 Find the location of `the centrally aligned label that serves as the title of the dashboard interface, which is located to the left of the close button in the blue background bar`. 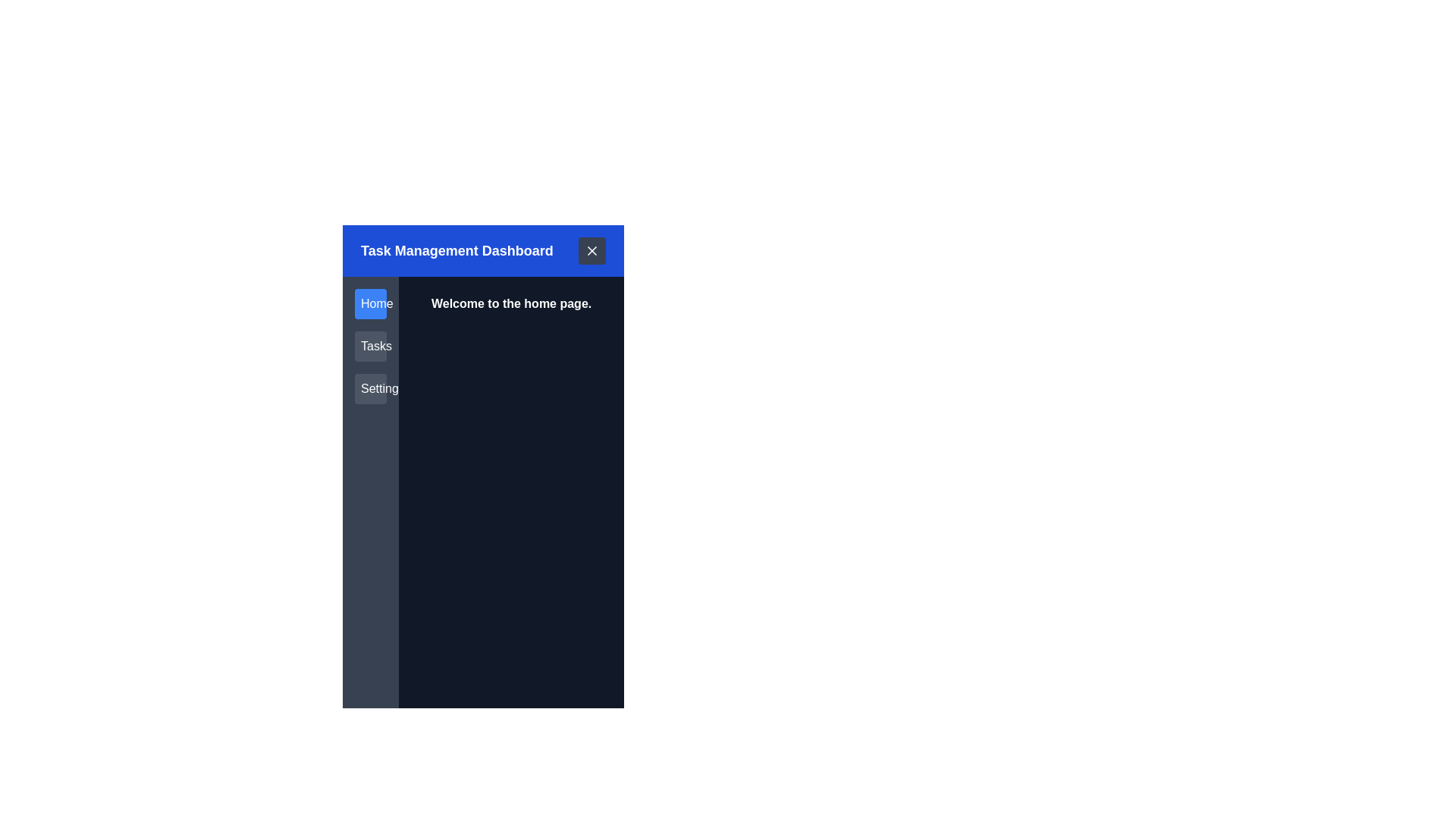

the centrally aligned label that serves as the title of the dashboard interface, which is located to the left of the close button in the blue background bar is located at coordinates (456, 250).